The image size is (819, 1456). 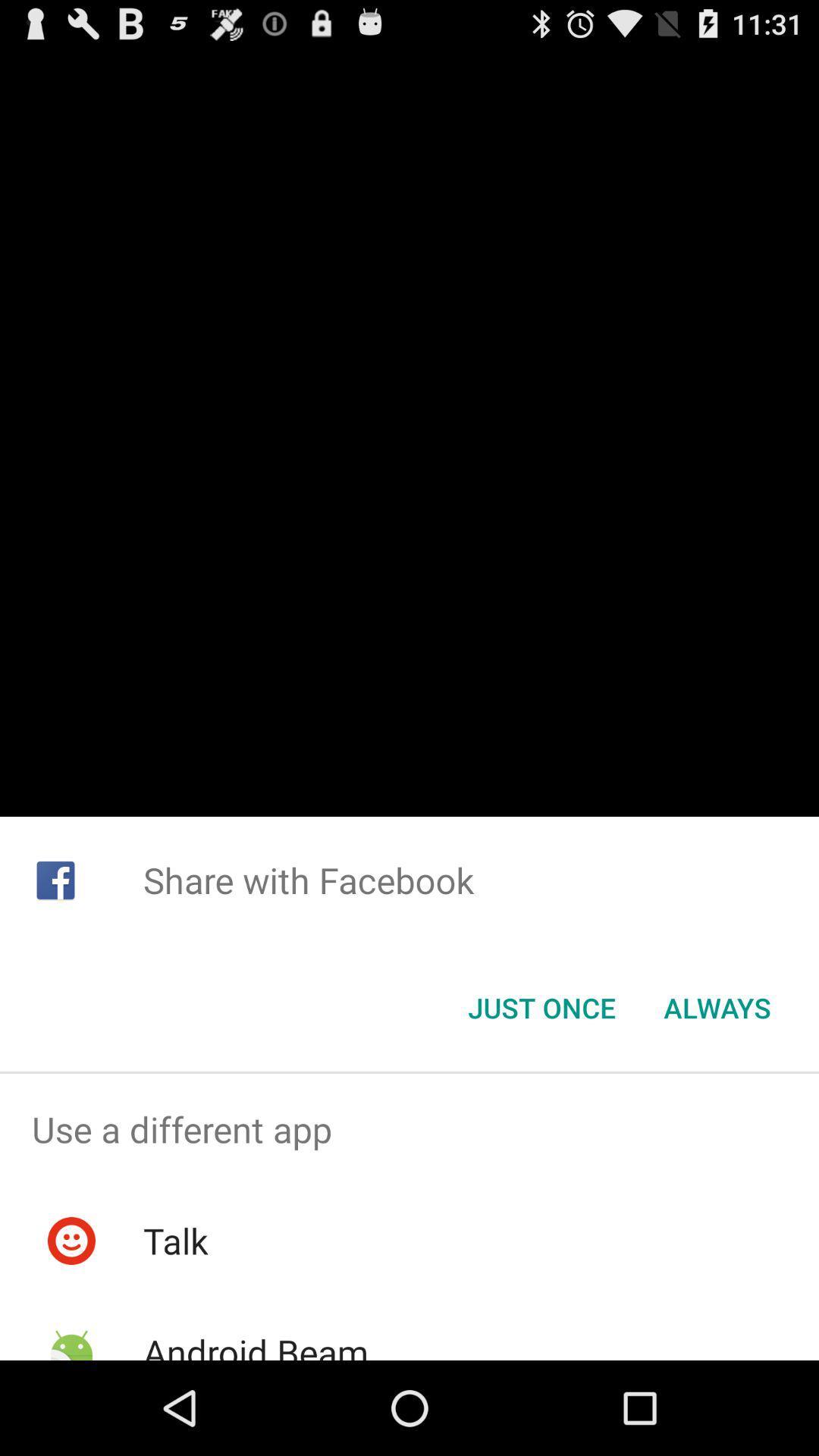 What do you see at coordinates (174, 1241) in the screenshot?
I see `the icon below use a different item` at bounding box center [174, 1241].